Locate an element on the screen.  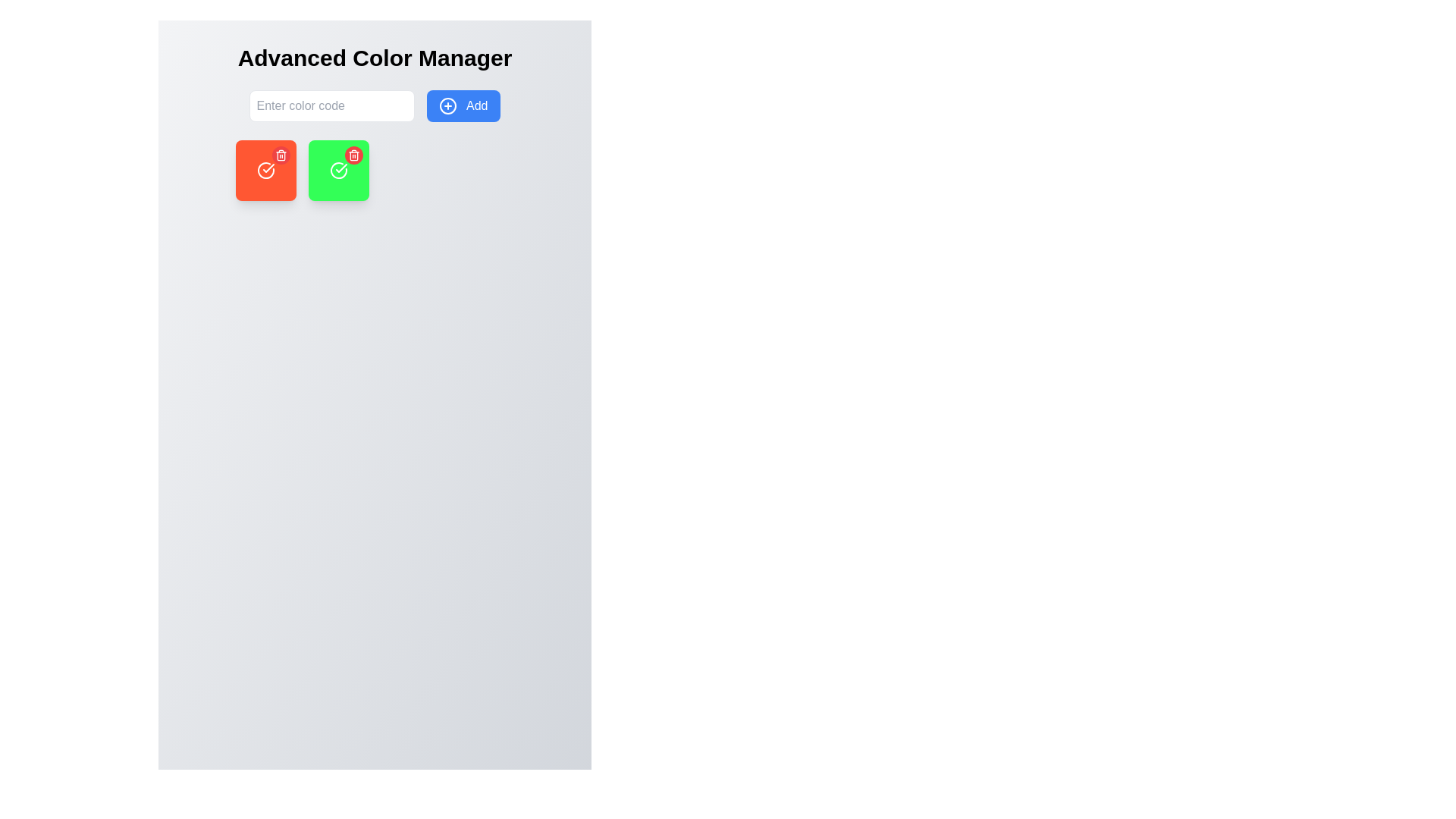
the red button in the top right corner of the green card located in the second column of the card grid is located at coordinates (353, 155).